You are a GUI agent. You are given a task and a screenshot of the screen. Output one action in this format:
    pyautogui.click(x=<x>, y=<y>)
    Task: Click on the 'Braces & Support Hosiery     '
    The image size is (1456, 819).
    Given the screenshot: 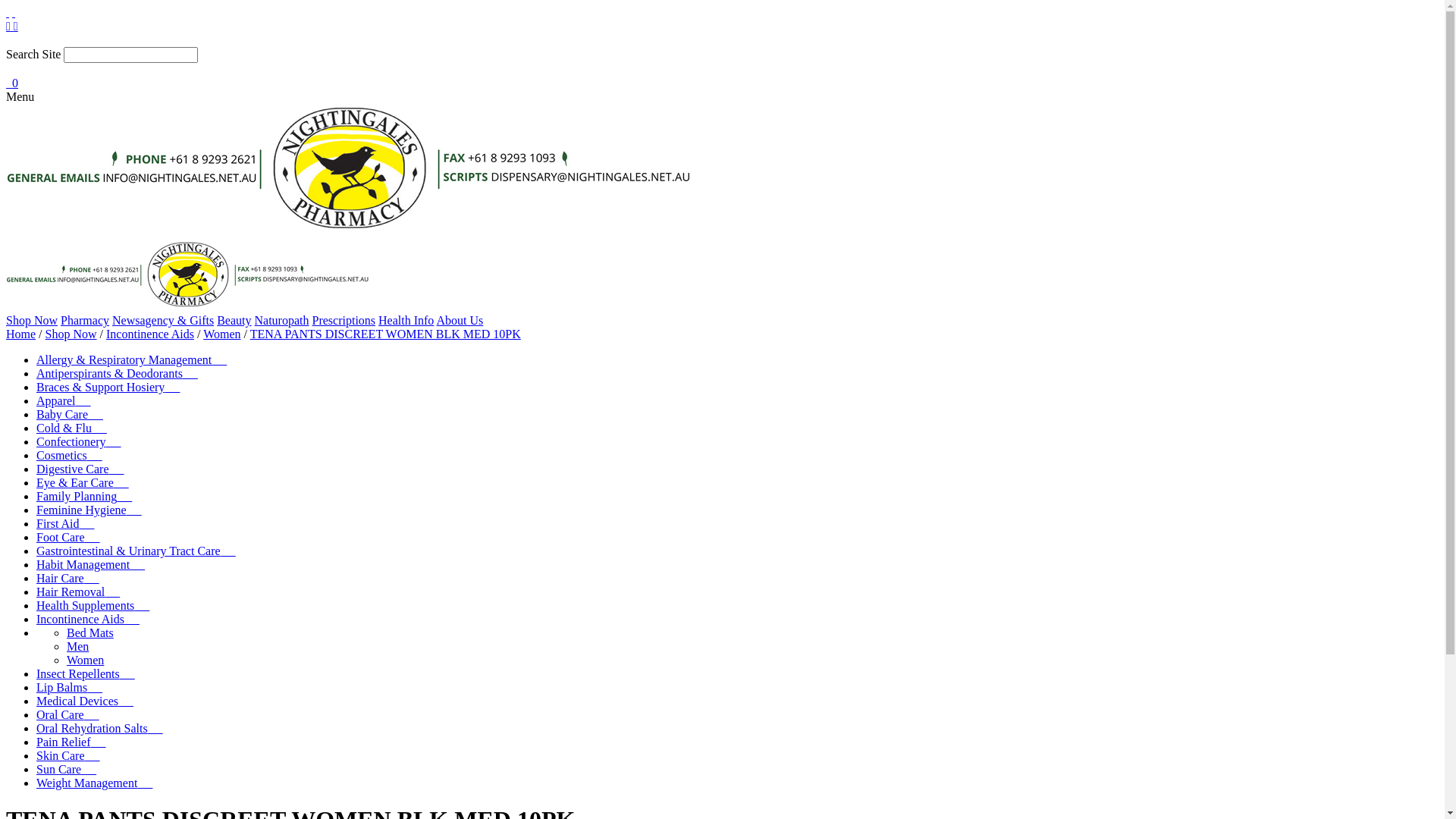 What is the action you would take?
    pyautogui.click(x=107, y=386)
    